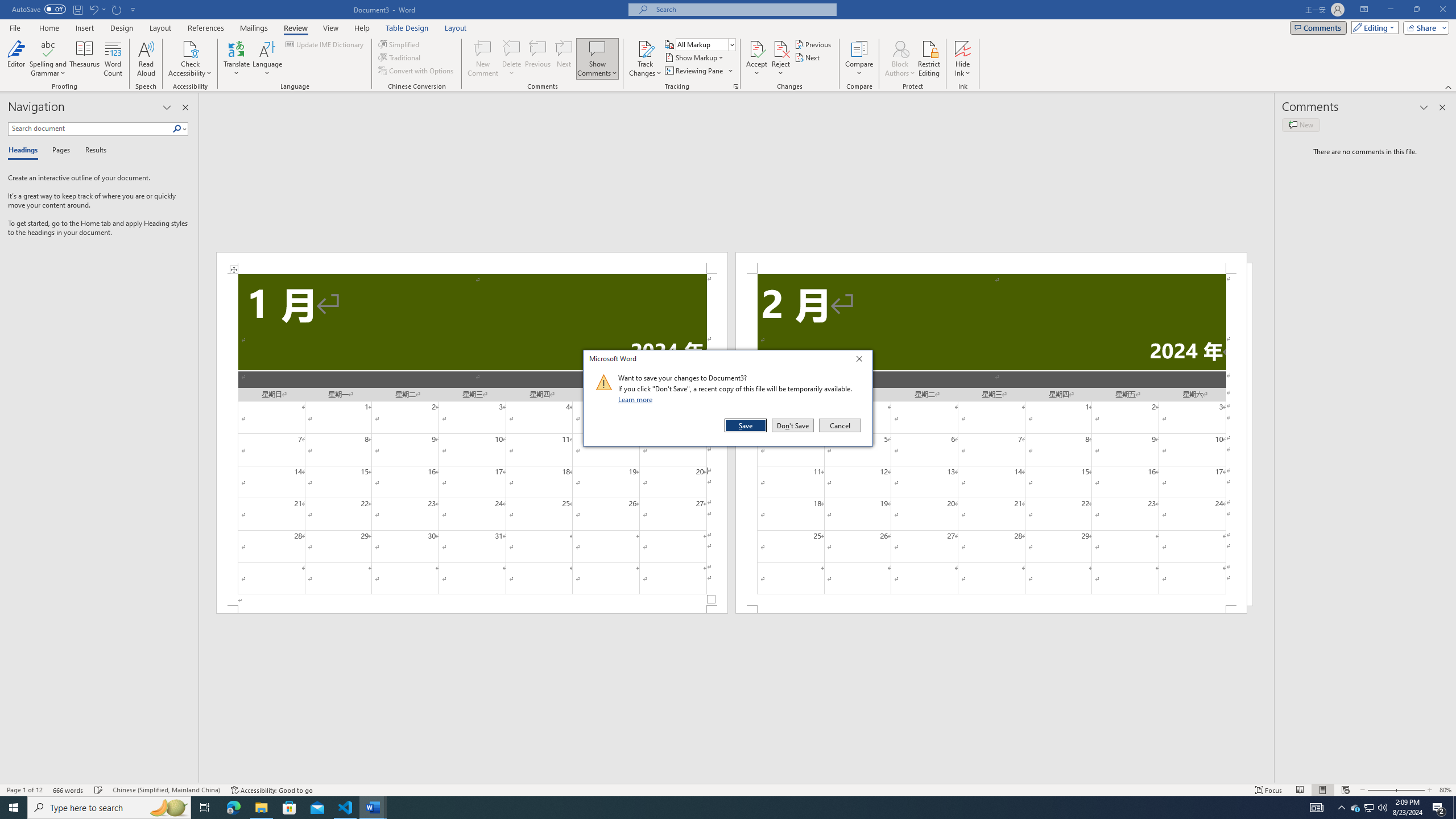  Describe the element at coordinates (400, 44) in the screenshot. I see `'Simplified'` at that location.